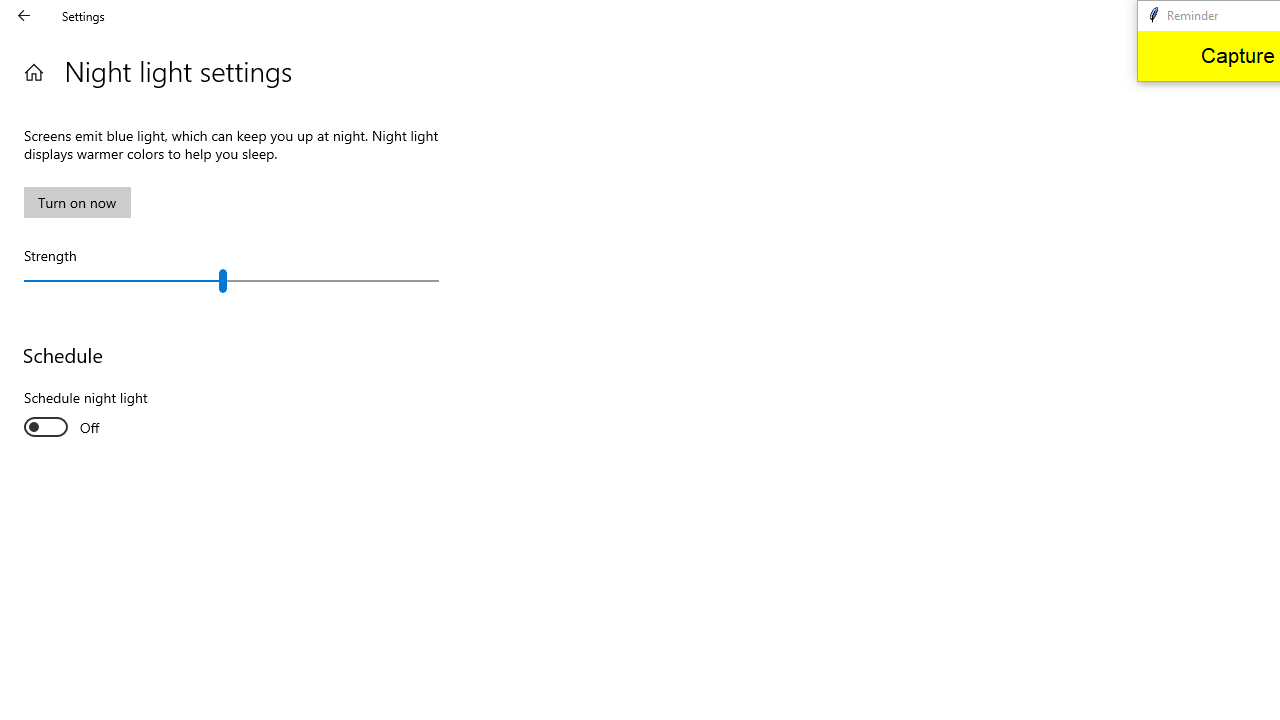  What do you see at coordinates (33, 71) in the screenshot?
I see `'Home'` at bounding box center [33, 71].